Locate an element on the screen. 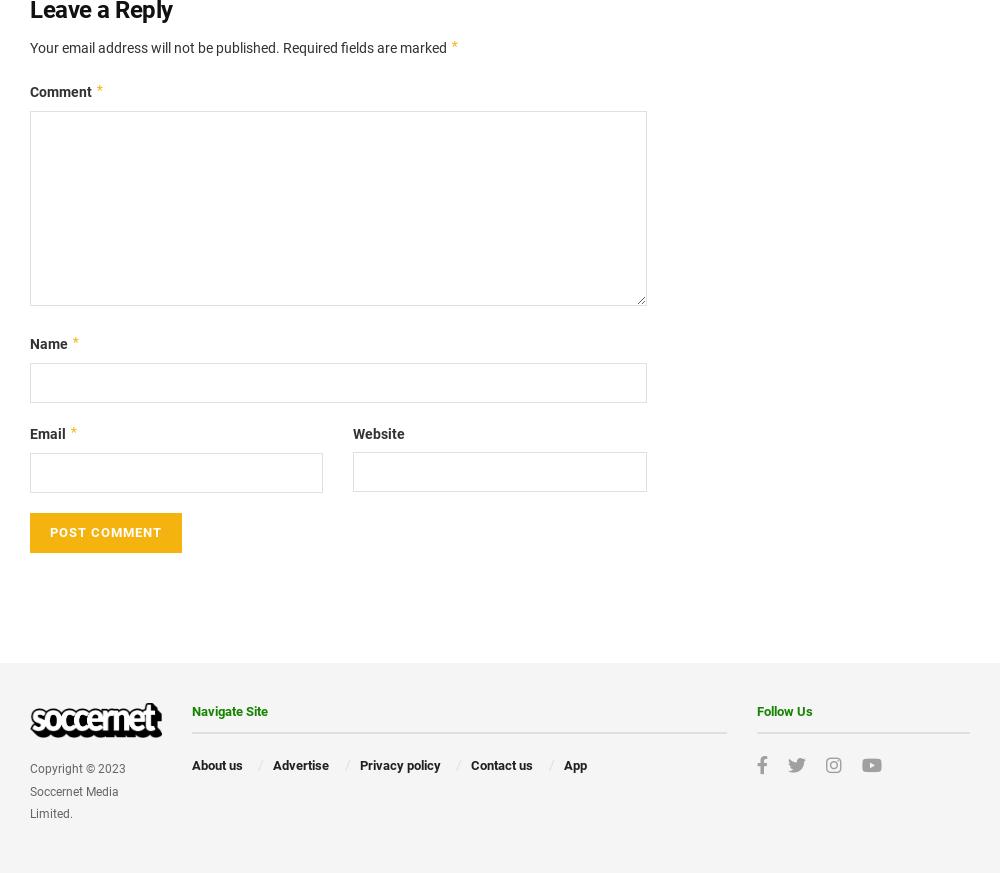 Image resolution: width=1000 pixels, height=873 pixels. 'Copyright © 2023 Soccernet Media Limited.' is located at coordinates (77, 791).